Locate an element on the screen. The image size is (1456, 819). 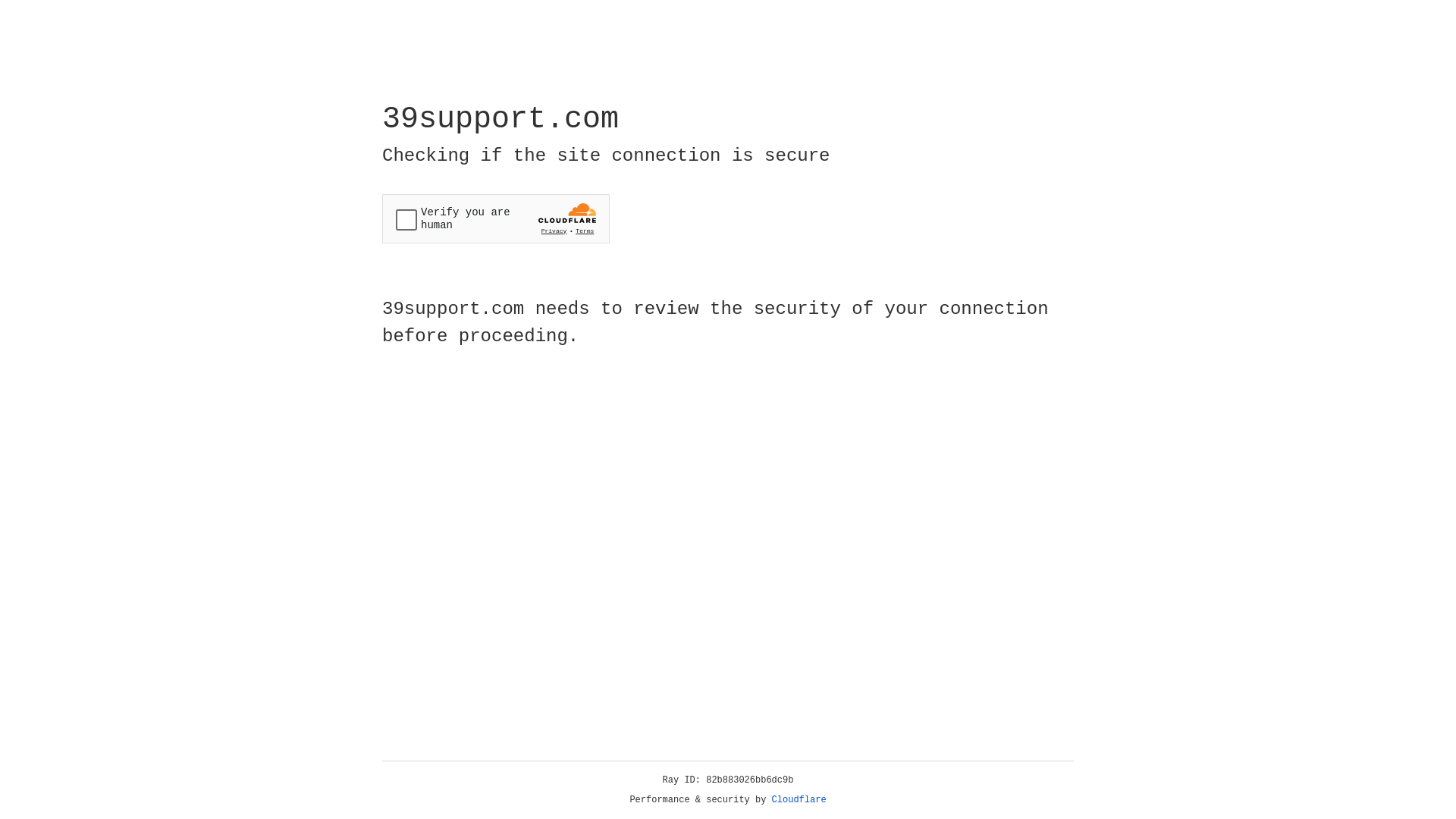
'Cloudflare' is located at coordinates (799, 799).